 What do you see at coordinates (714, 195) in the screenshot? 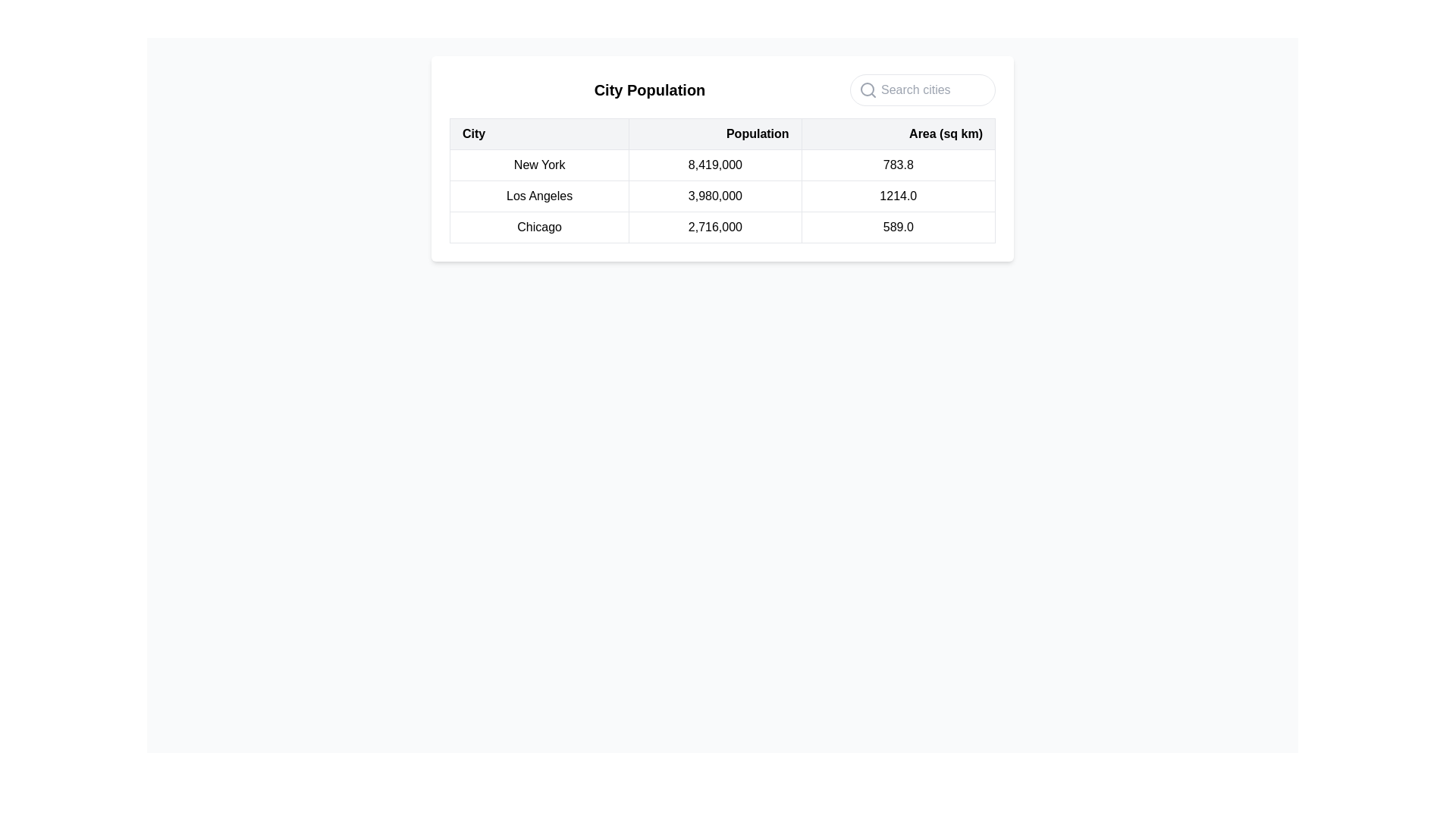
I see `the static text displaying the value '3,980,000' in the second row, second column of the 'City Population' table` at bounding box center [714, 195].